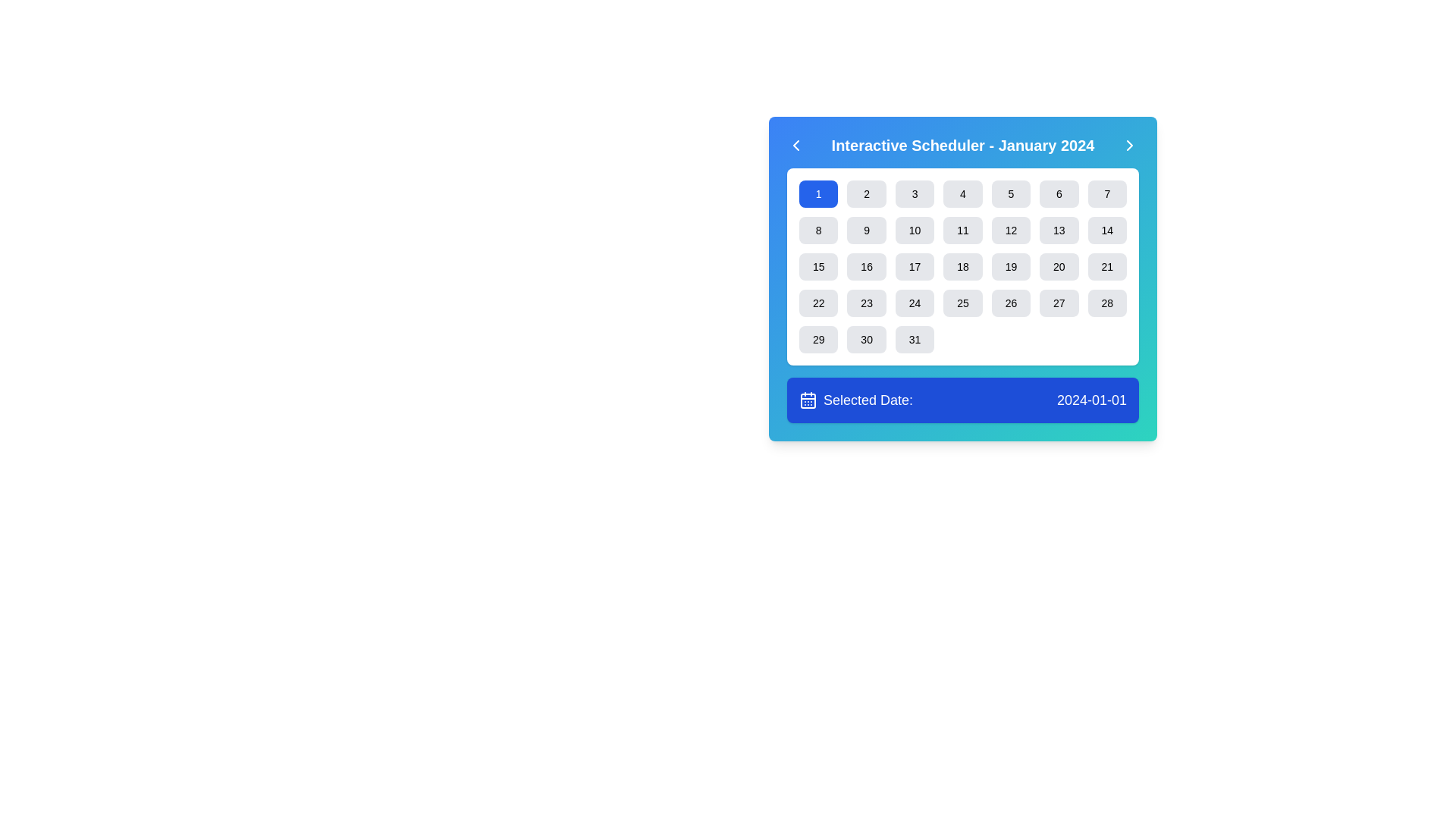 The width and height of the screenshot is (1456, 819). What do you see at coordinates (914, 338) in the screenshot?
I see `the gray rectangular button labeled '31' in the calendar interface to observe the hover effect` at bounding box center [914, 338].